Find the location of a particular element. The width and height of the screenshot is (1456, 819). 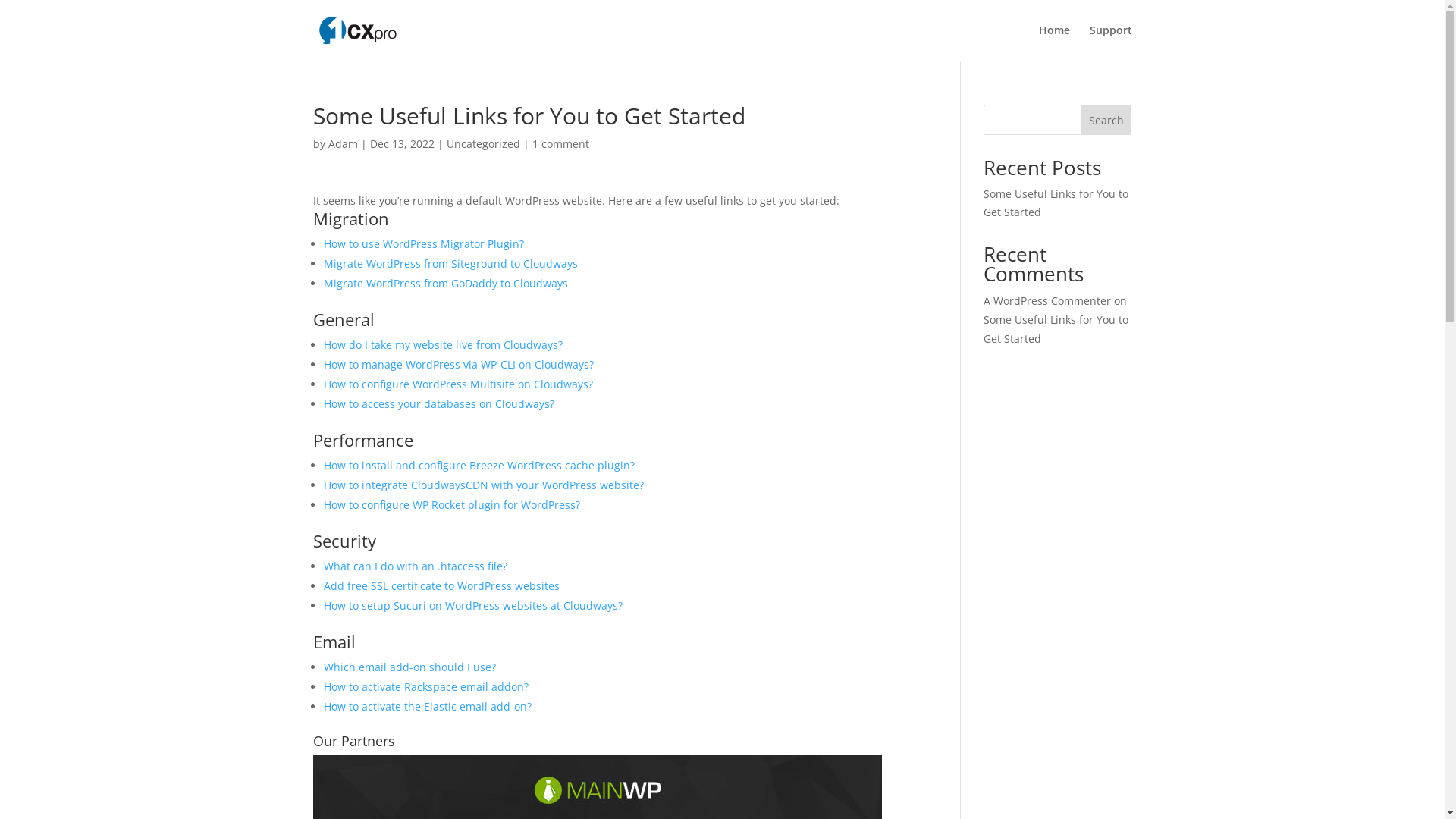

'How to access your databases on Cloudways?' is located at coordinates (437, 403).